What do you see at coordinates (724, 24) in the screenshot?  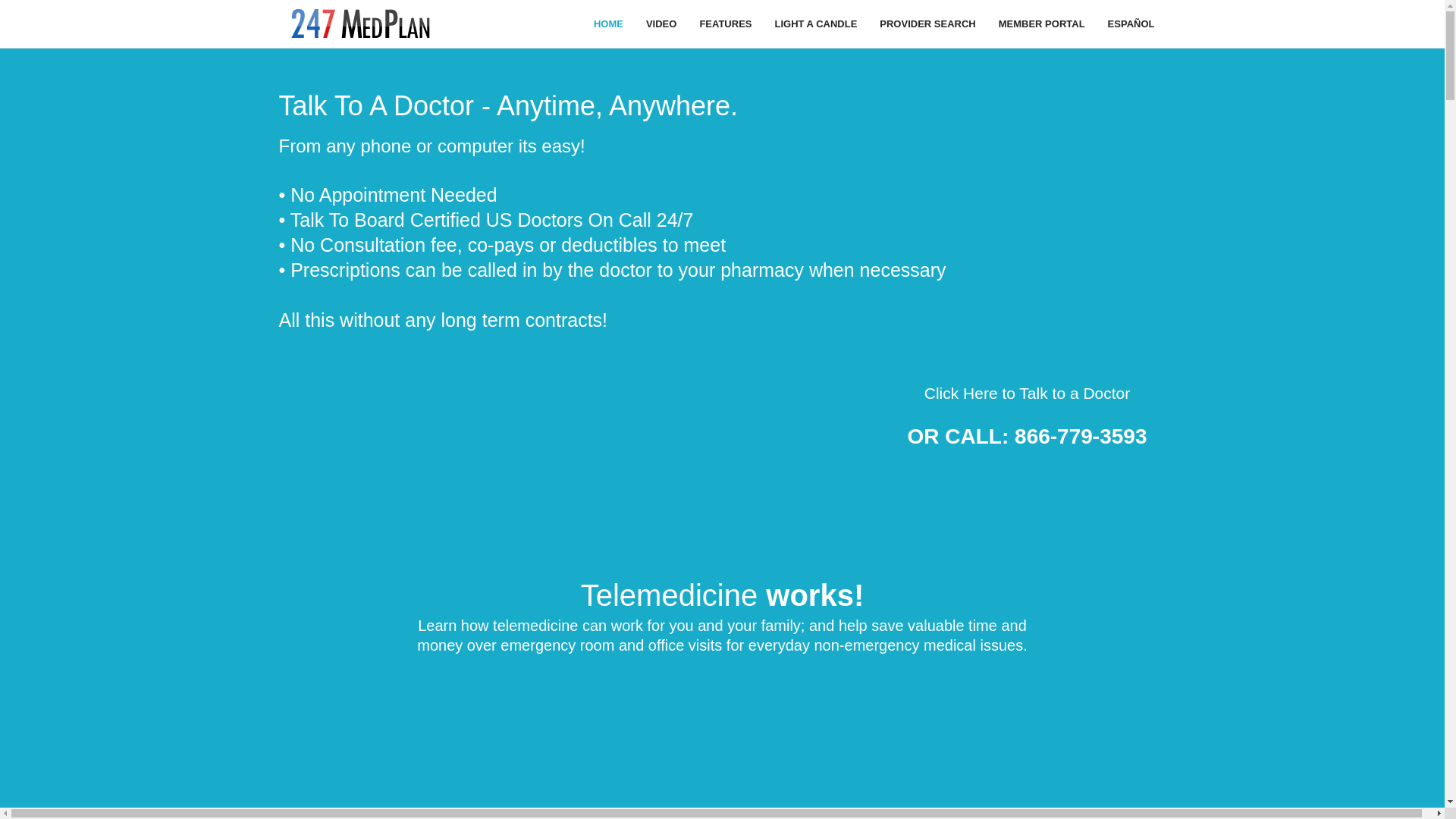 I see `'FEATURES'` at bounding box center [724, 24].